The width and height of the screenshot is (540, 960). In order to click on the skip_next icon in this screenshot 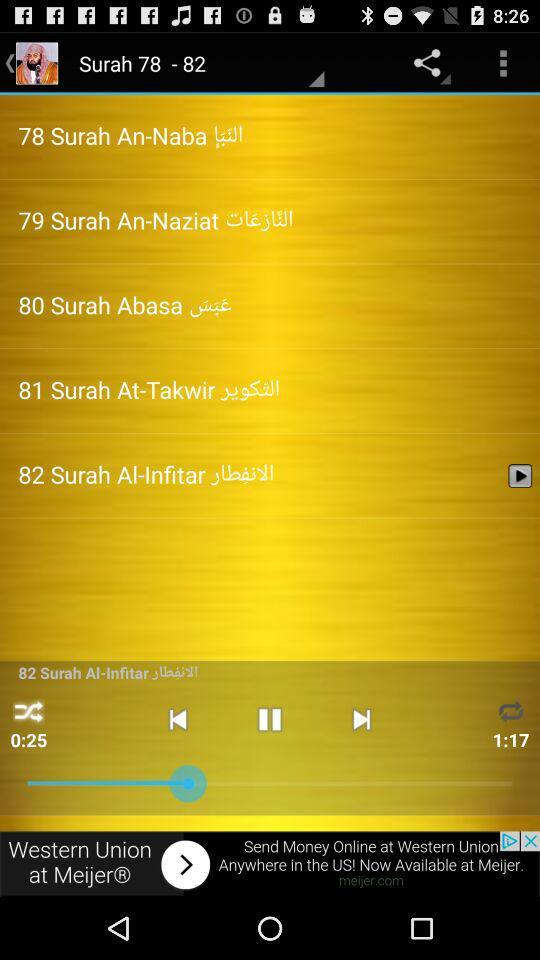, I will do `click(360, 768)`.